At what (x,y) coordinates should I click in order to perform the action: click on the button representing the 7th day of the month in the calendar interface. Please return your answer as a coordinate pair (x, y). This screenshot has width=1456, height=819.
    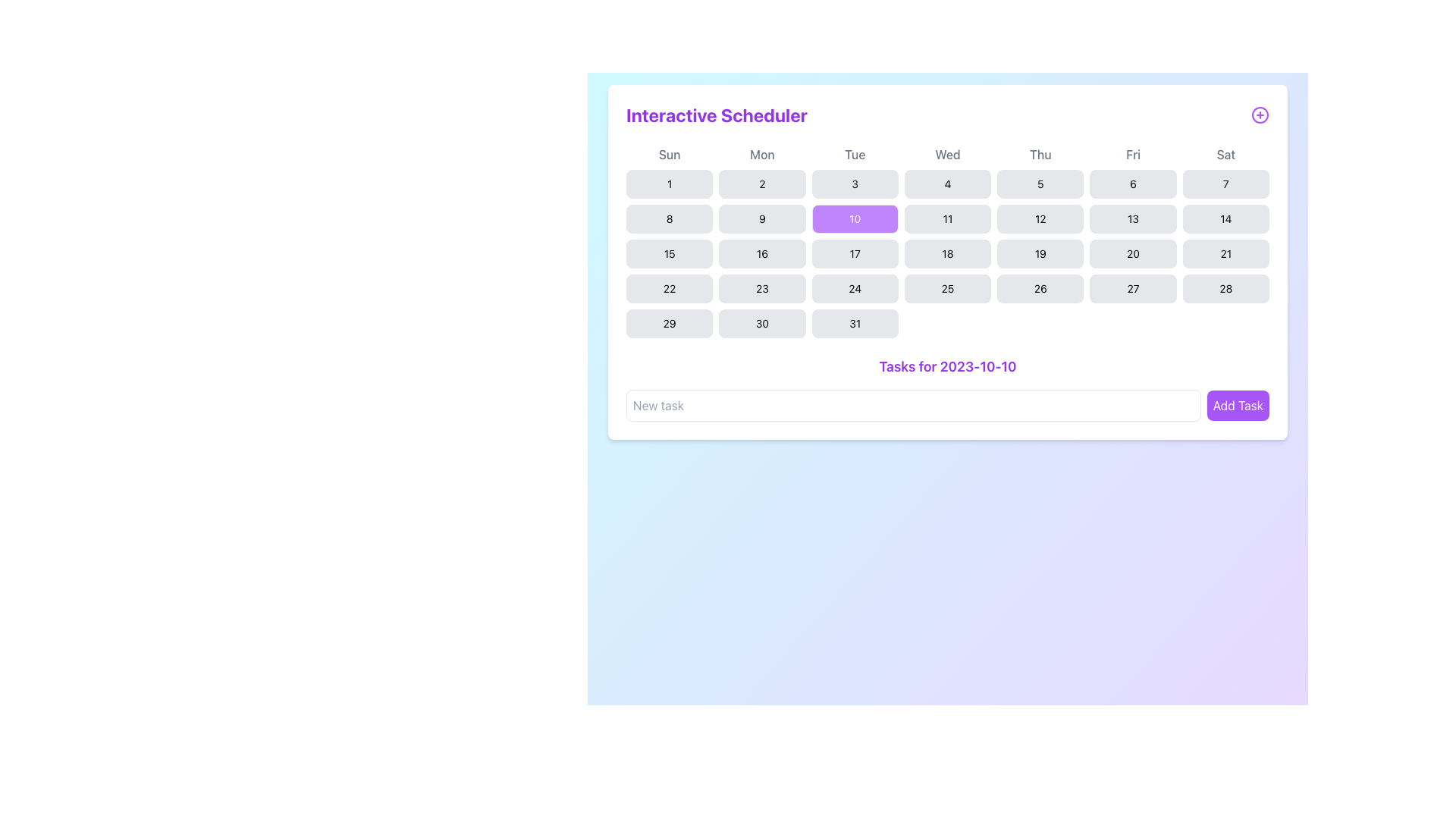
    Looking at the image, I should click on (1225, 184).